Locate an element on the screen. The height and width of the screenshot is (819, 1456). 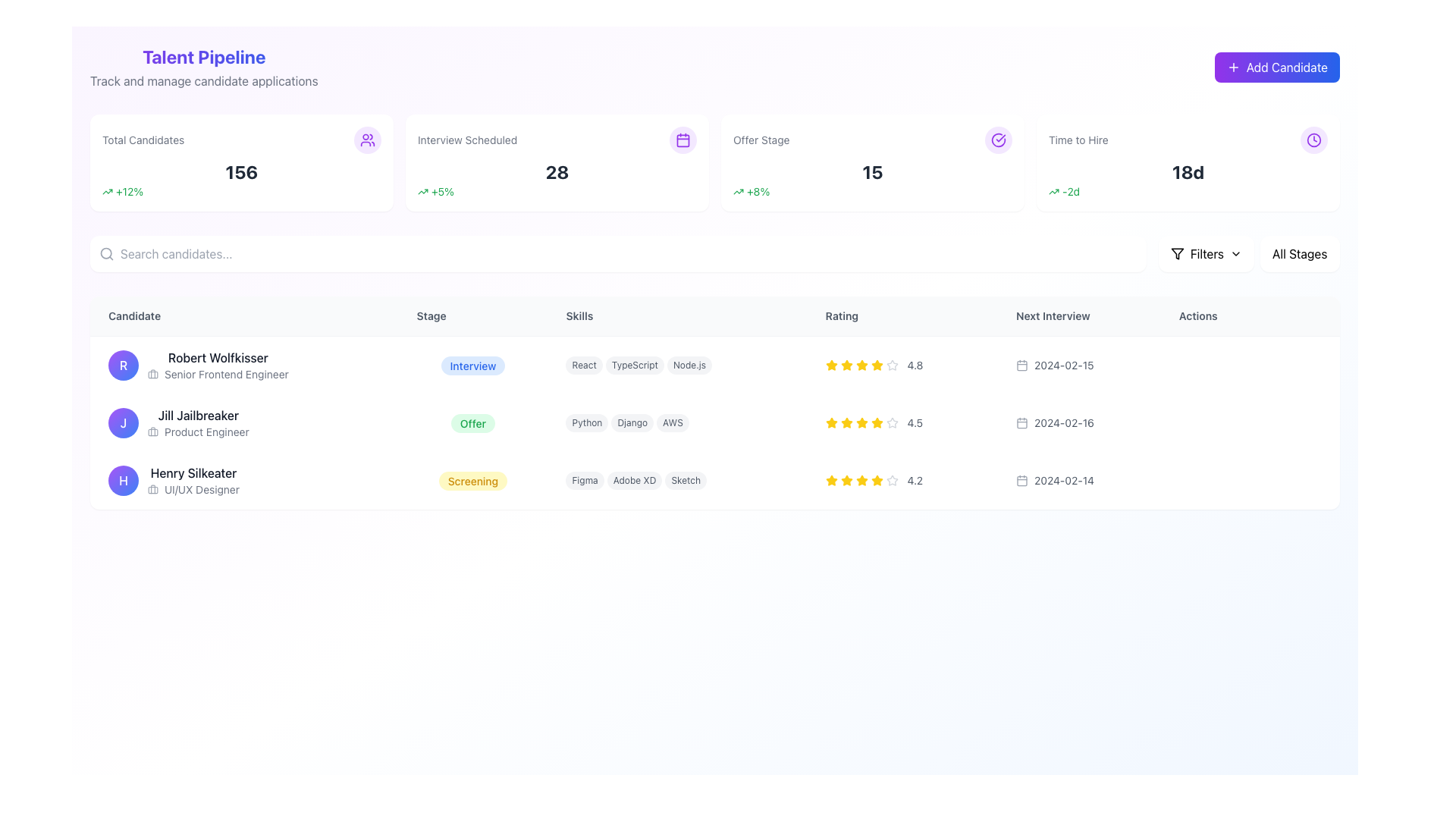
the 'Figma' label, which is a pill-shaped text label with rounded corners and a light gray background, located in the 'Skills' column for 'Henry Silkeater' is located at coordinates (584, 480).